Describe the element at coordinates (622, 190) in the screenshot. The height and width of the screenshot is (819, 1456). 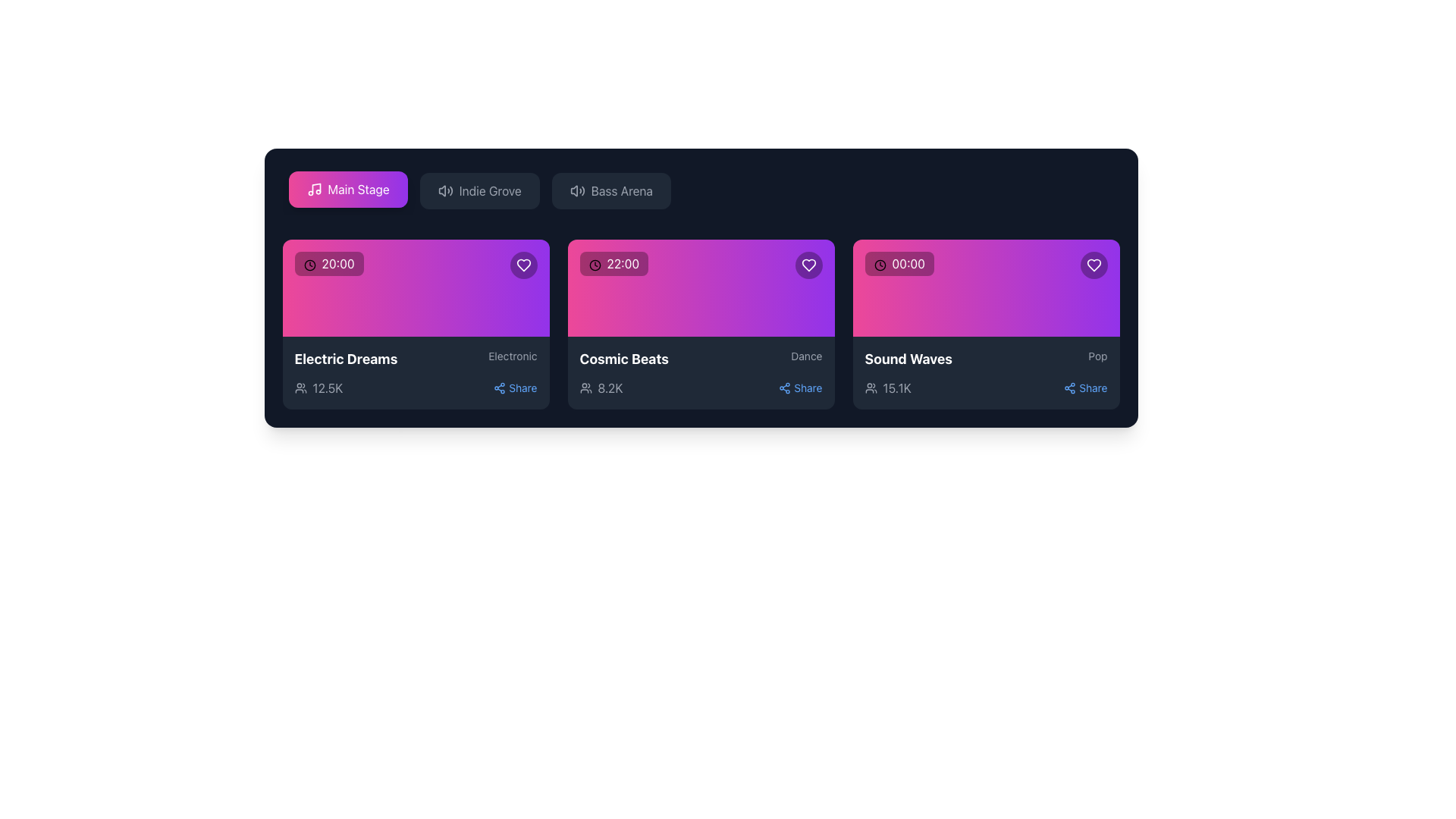
I see `the 'Bass Arena' button located as the third option in a horizontal row of three buttons at the top section of the interface` at that location.